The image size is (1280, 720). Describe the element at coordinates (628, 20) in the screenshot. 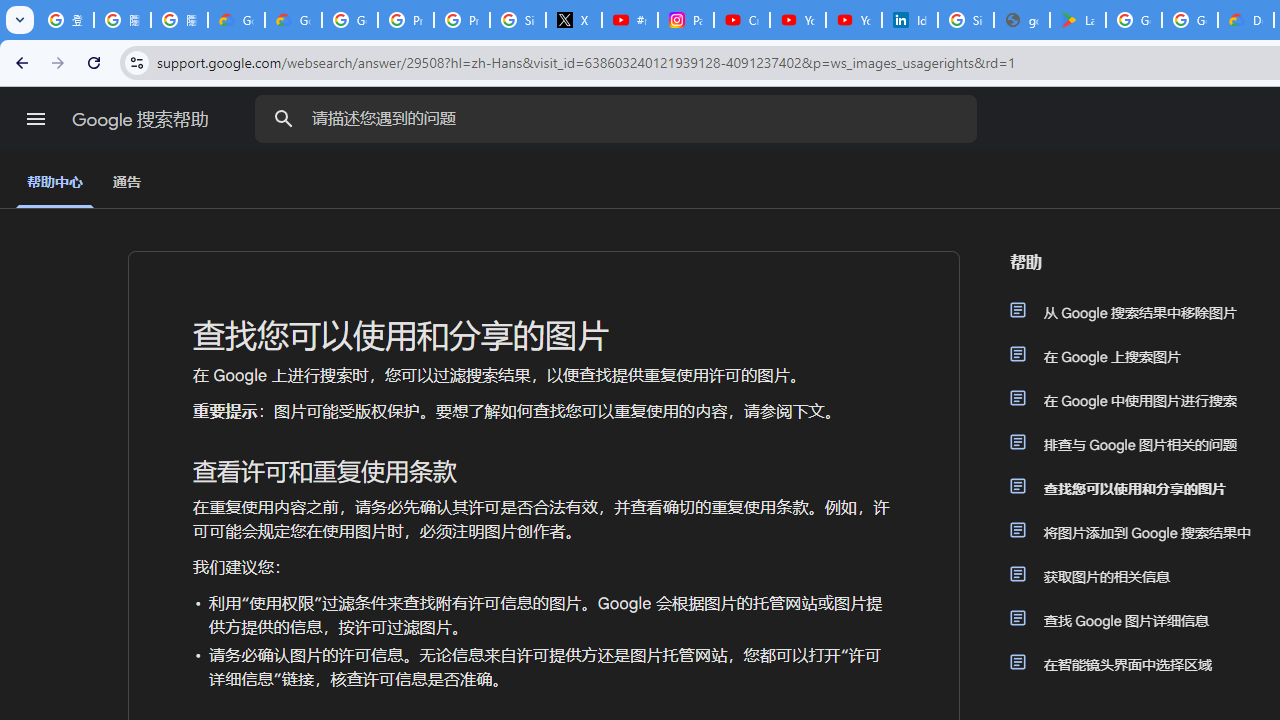

I see `'#nbabasketballhighlights - YouTube'` at that location.